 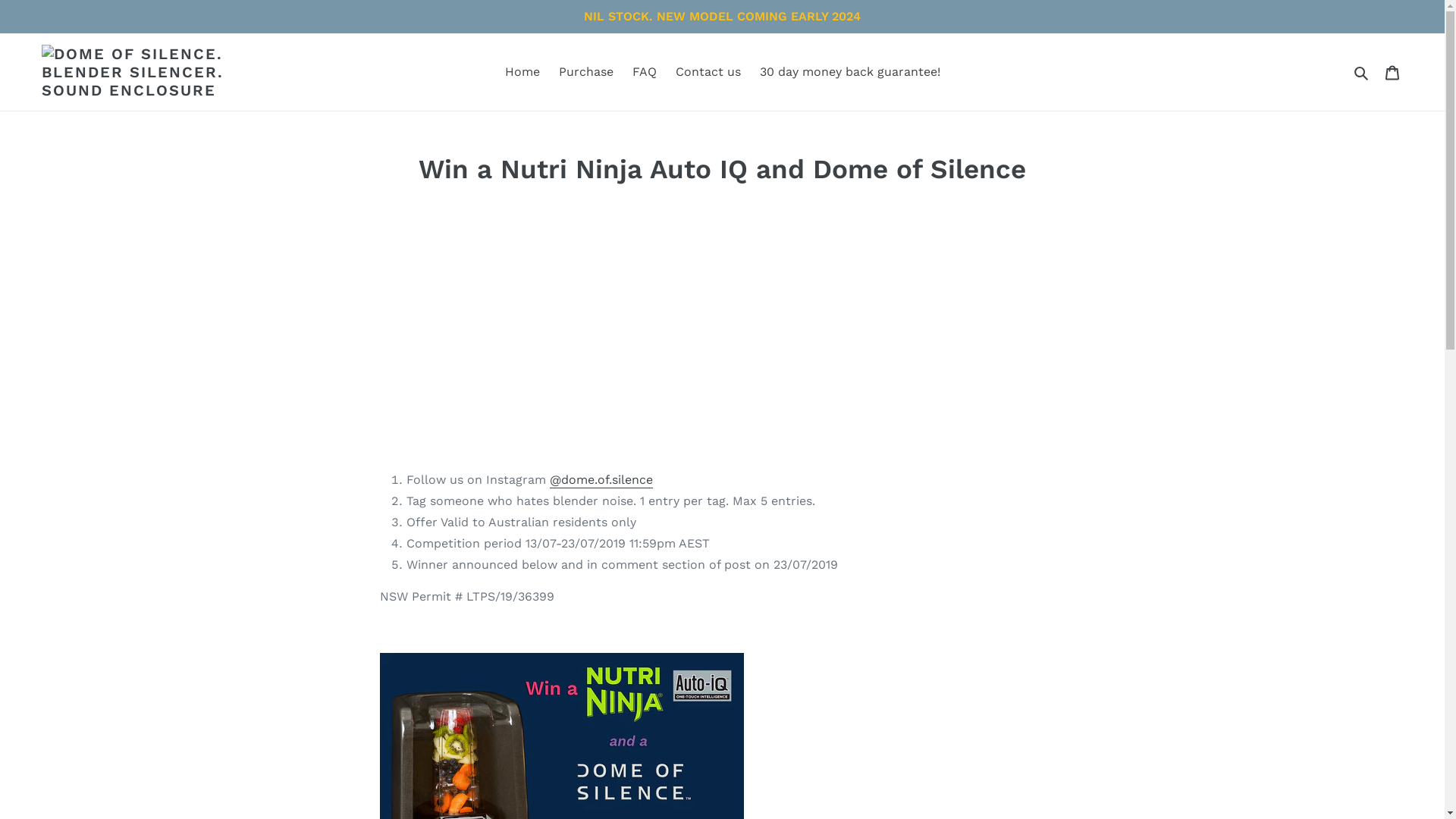 What do you see at coordinates (522, 72) in the screenshot?
I see `'Home'` at bounding box center [522, 72].